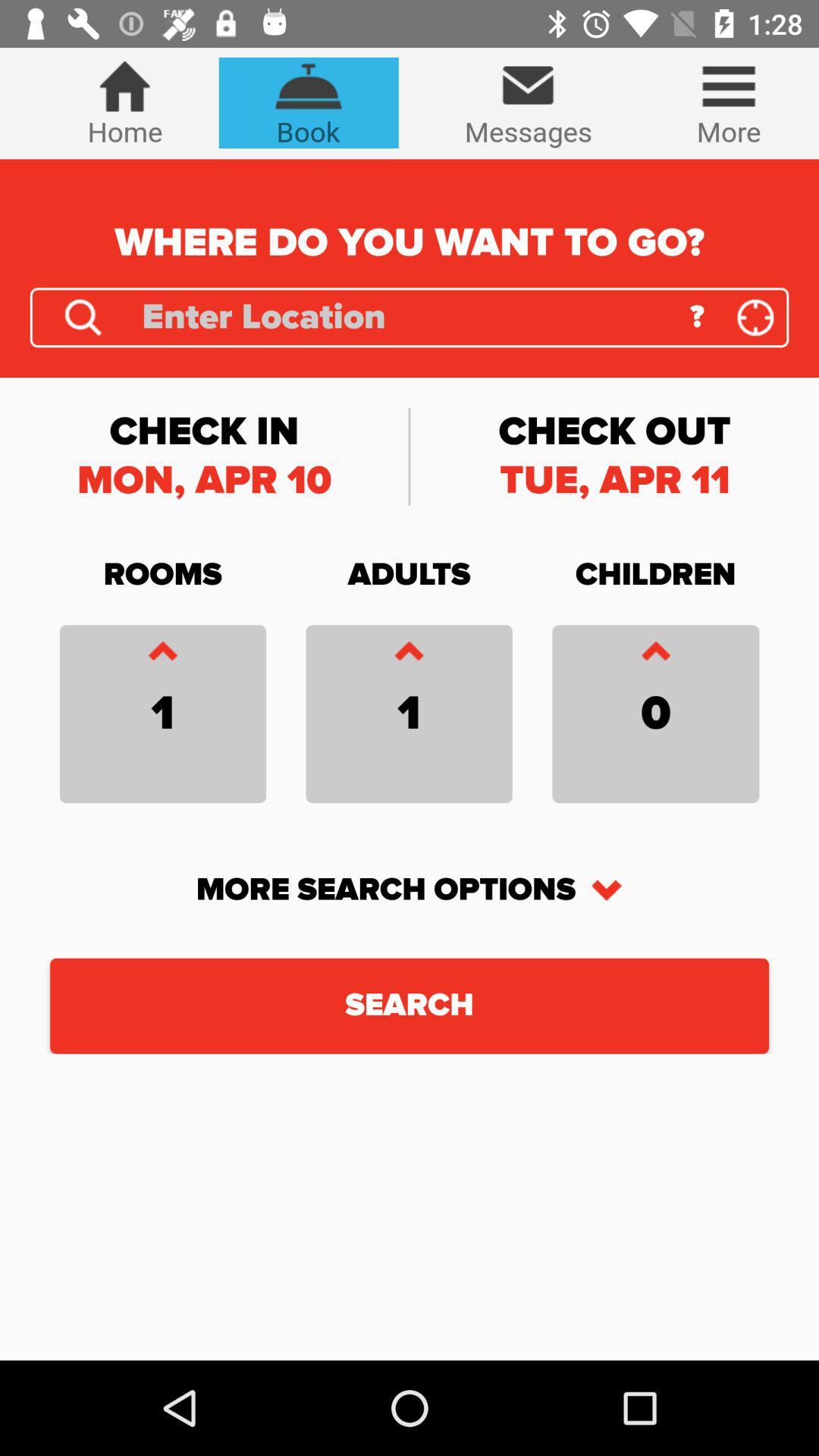 The height and width of the screenshot is (1456, 819). What do you see at coordinates (697, 316) in the screenshot?
I see `icon above the check out icon` at bounding box center [697, 316].